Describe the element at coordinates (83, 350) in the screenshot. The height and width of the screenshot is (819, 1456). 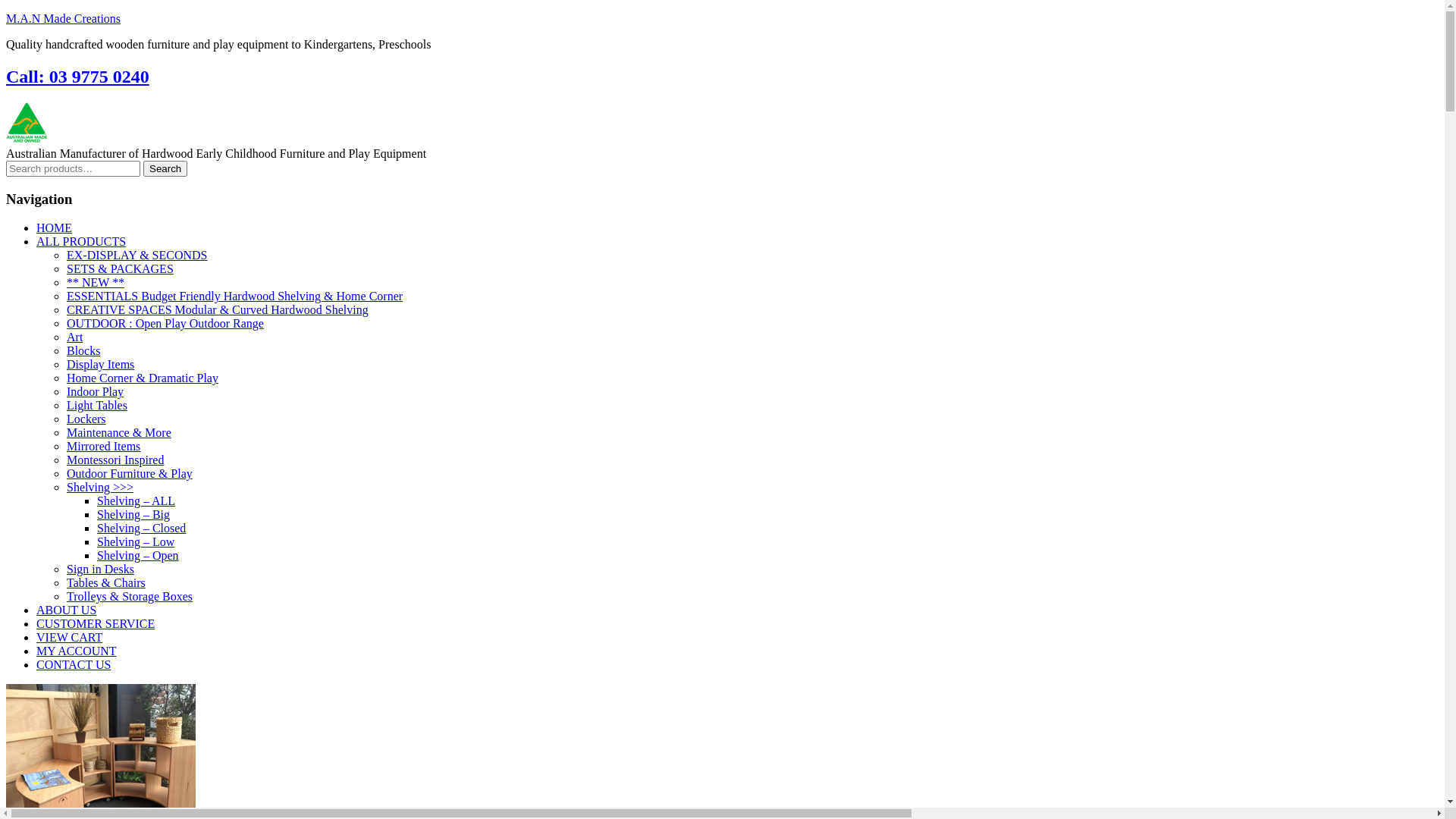
I see `'Blocks'` at that location.